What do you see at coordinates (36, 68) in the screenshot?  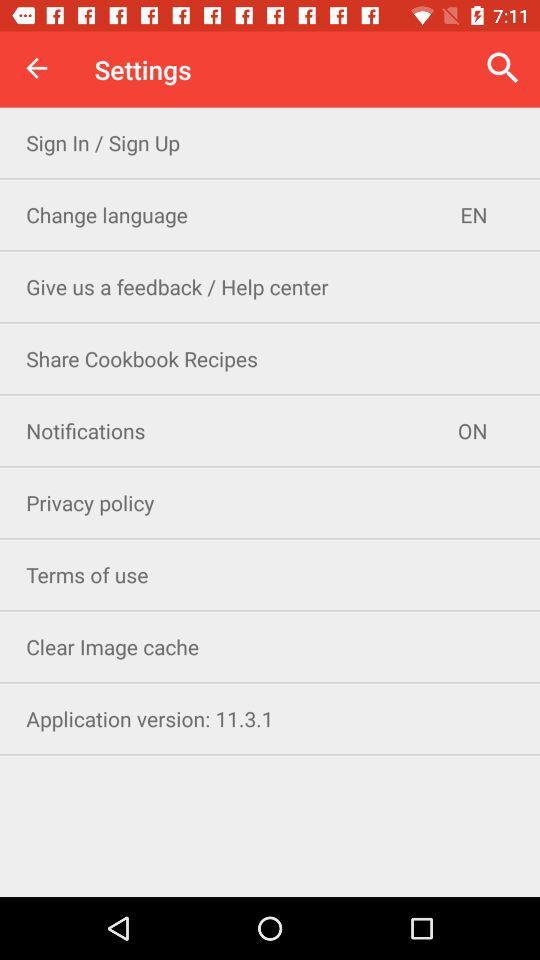 I see `the item to the left of the settings` at bounding box center [36, 68].